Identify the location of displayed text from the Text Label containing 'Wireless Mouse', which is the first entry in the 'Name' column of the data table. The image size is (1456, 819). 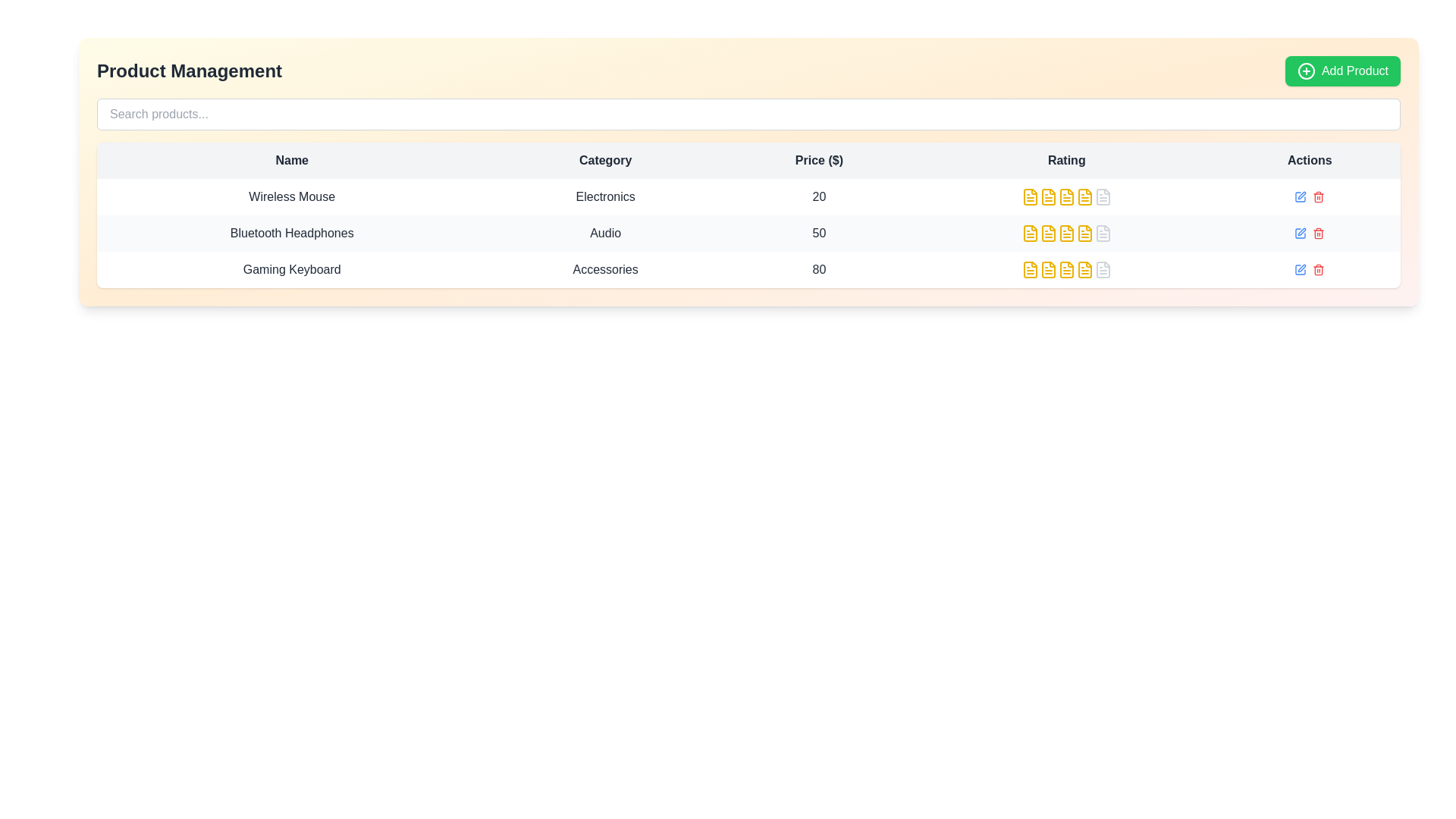
(292, 196).